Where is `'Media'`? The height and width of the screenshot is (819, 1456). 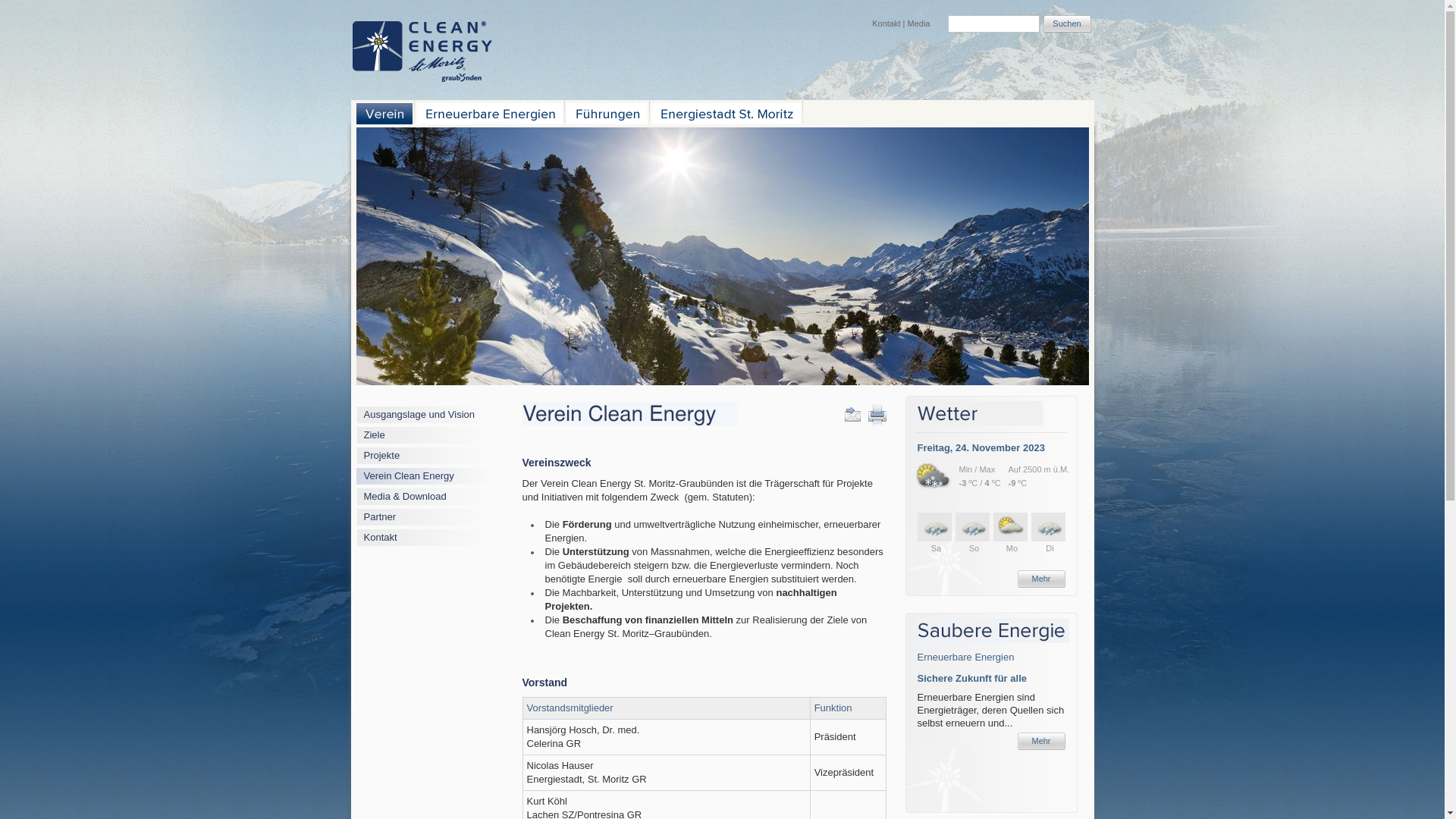 'Media' is located at coordinates (918, 23).